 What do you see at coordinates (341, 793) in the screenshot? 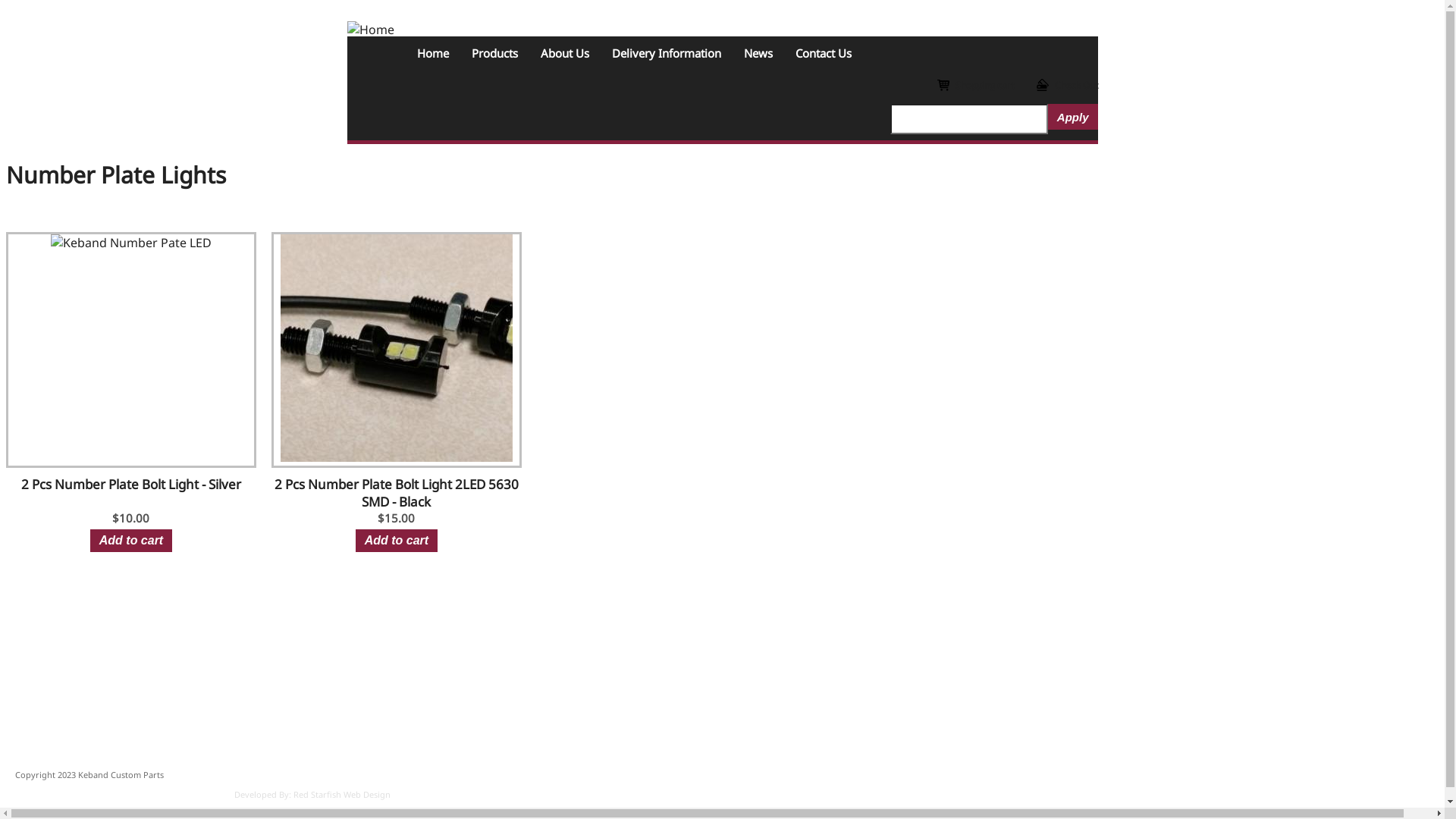
I see `'Red Starfish Web Design'` at bounding box center [341, 793].